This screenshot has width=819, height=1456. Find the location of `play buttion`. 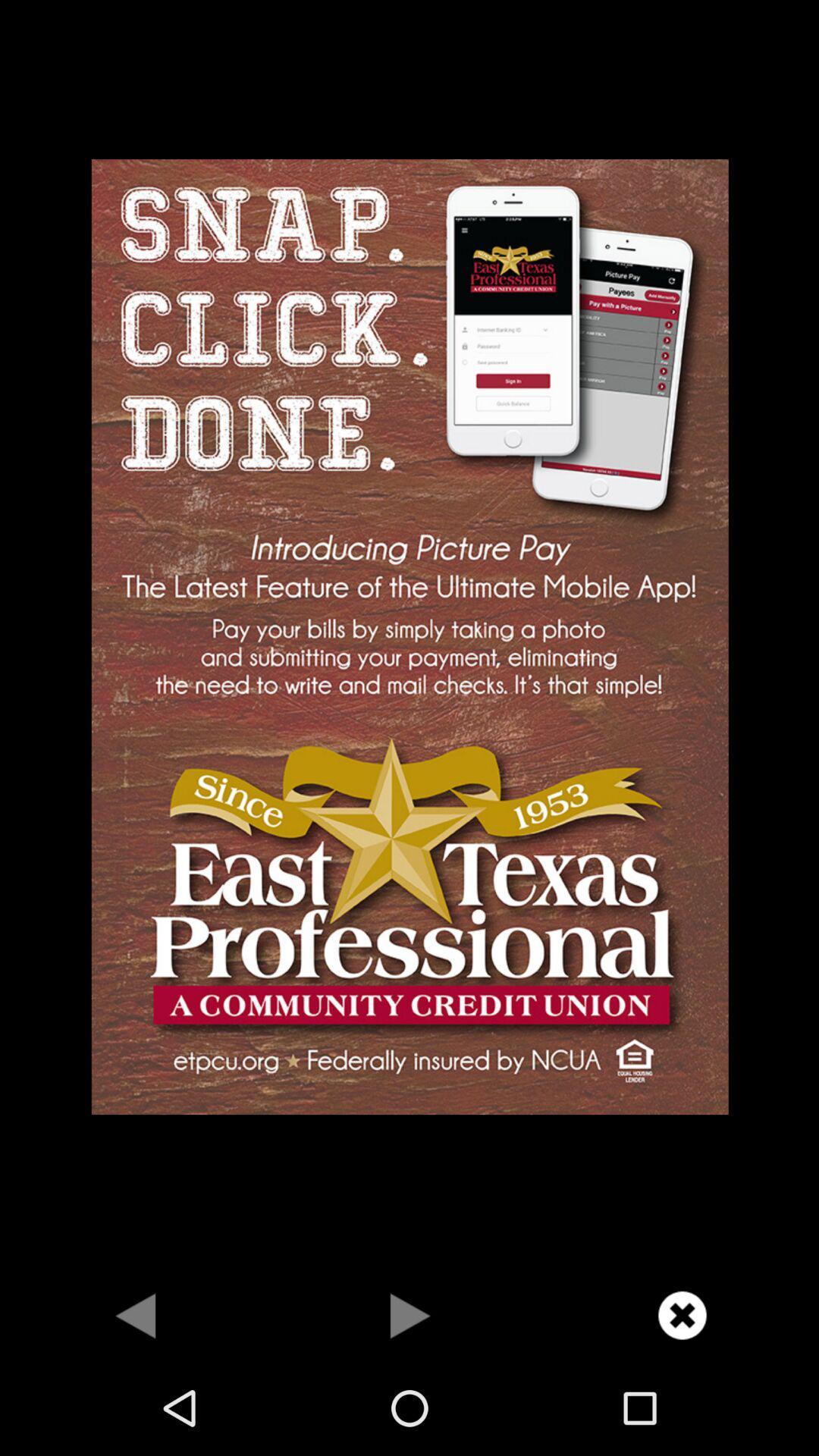

play buttion is located at coordinates (409, 1314).